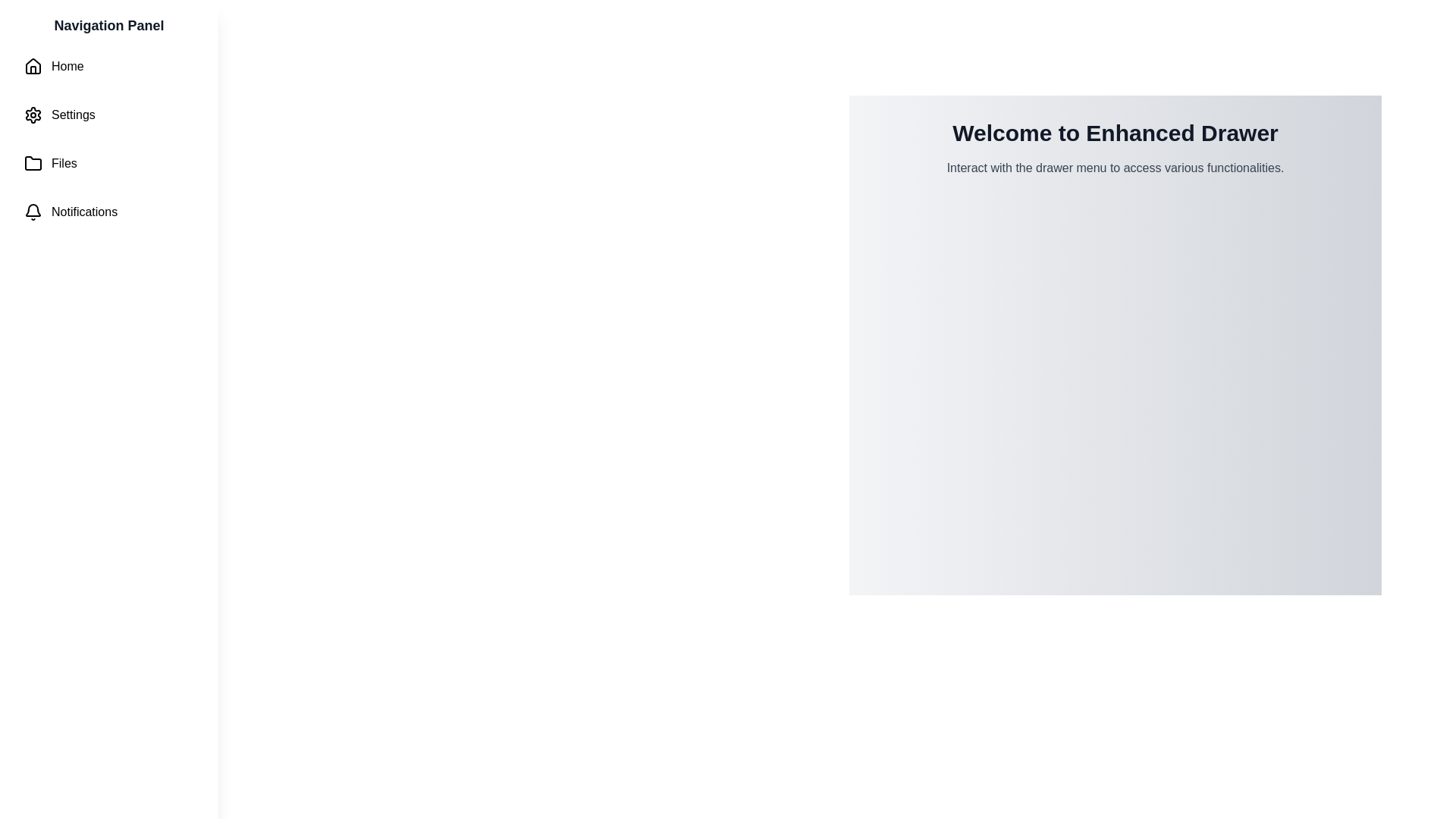 This screenshot has height=819, width=1456. I want to click on the gear-shaped icon component located in the 'Settings' menu item of the vertical navigation panel, so click(33, 114).